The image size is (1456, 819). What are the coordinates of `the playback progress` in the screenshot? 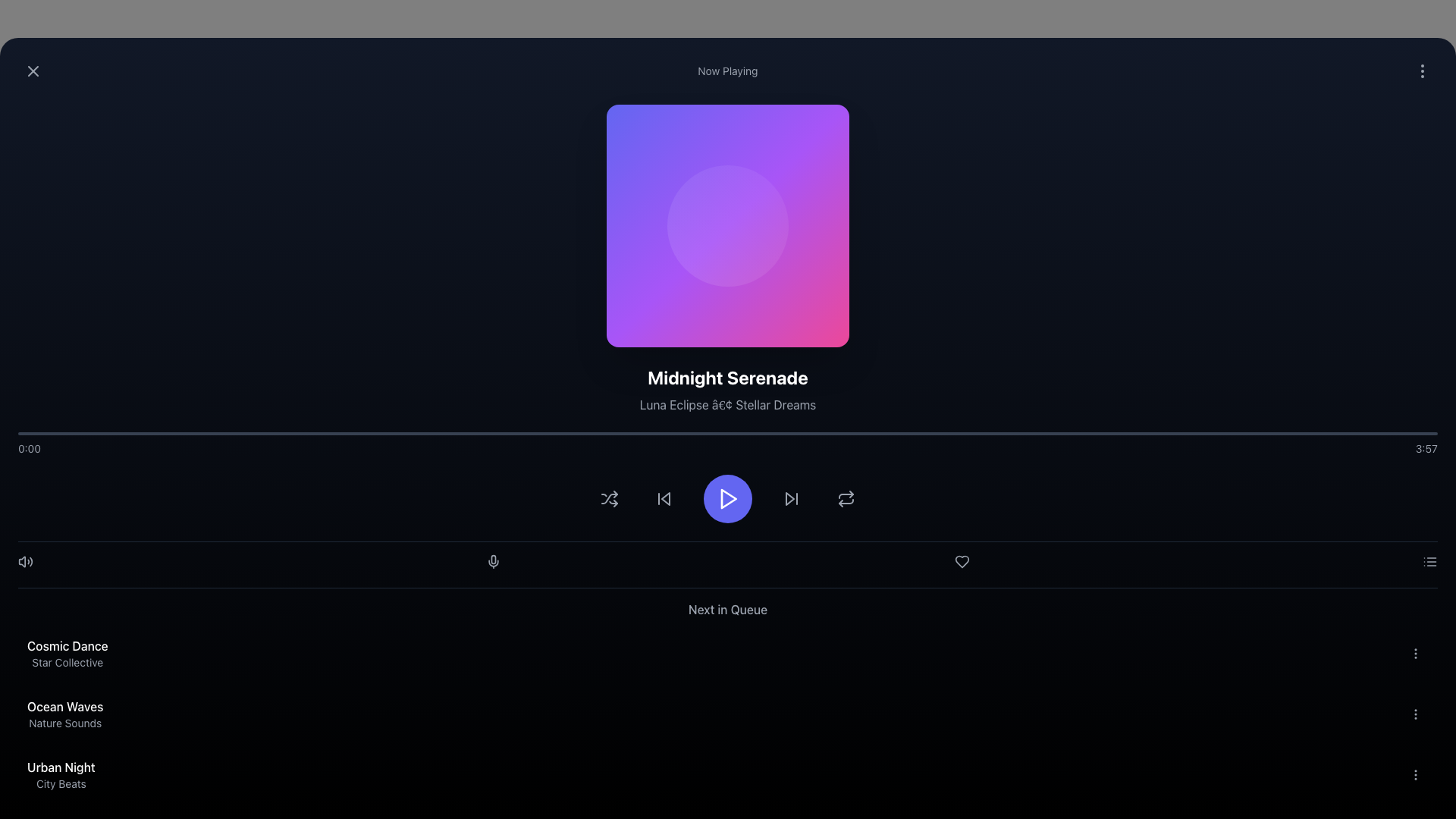 It's located at (358, 433).